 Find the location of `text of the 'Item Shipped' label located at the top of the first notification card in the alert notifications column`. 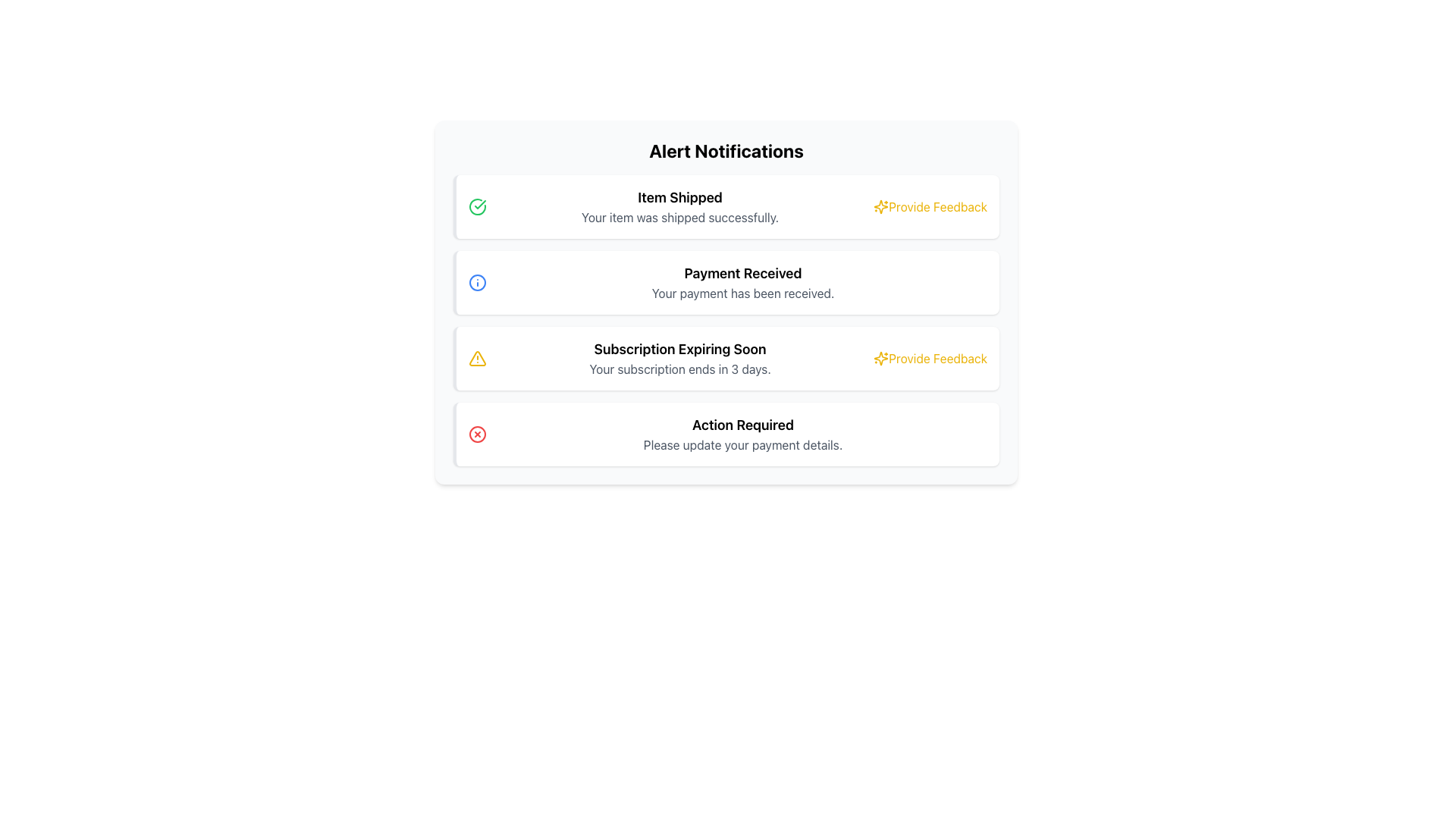

text of the 'Item Shipped' label located at the top of the first notification card in the alert notifications column is located at coordinates (679, 197).